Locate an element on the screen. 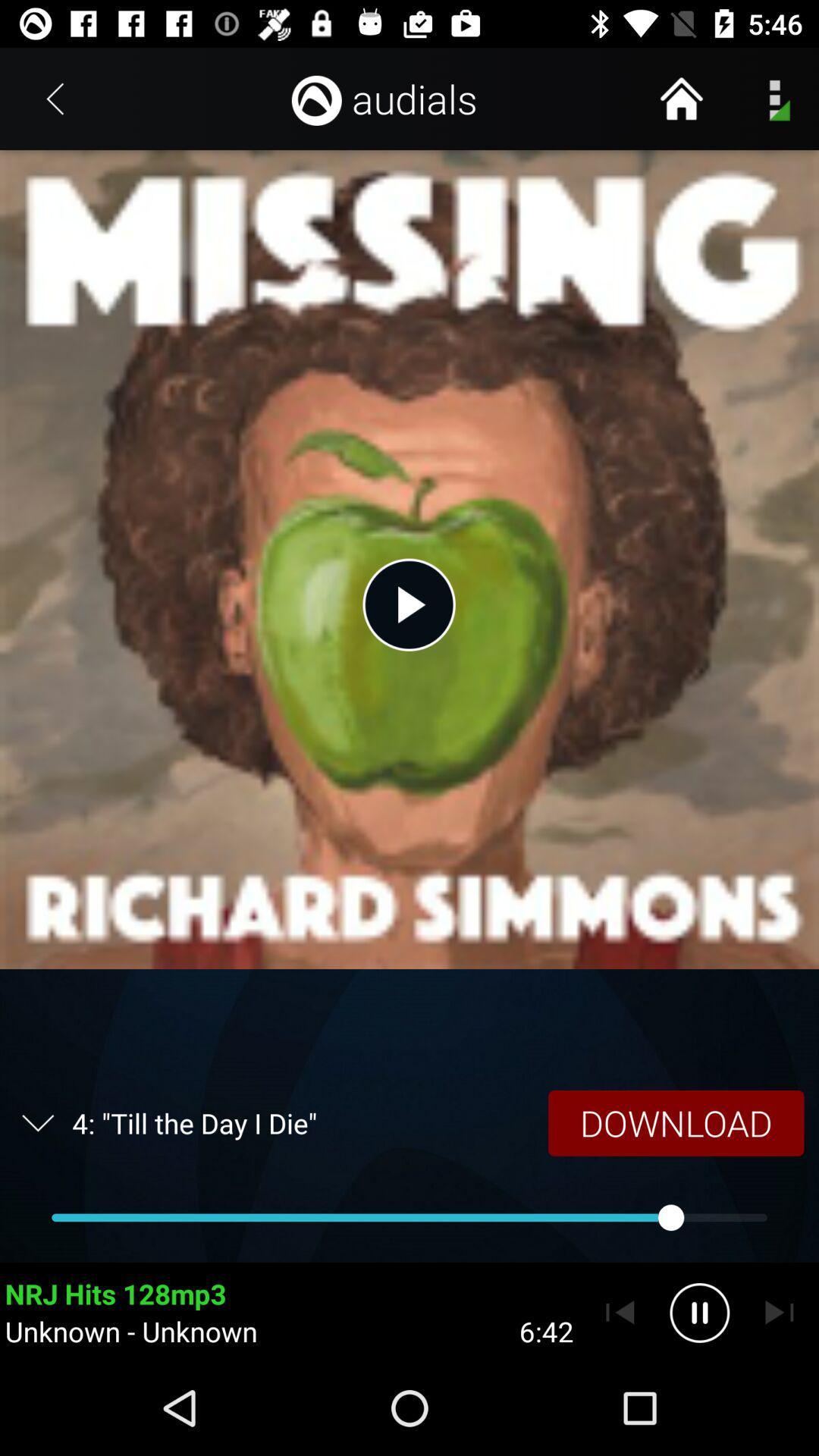 The width and height of the screenshot is (819, 1456). previous trek is located at coordinates (620, 1312).